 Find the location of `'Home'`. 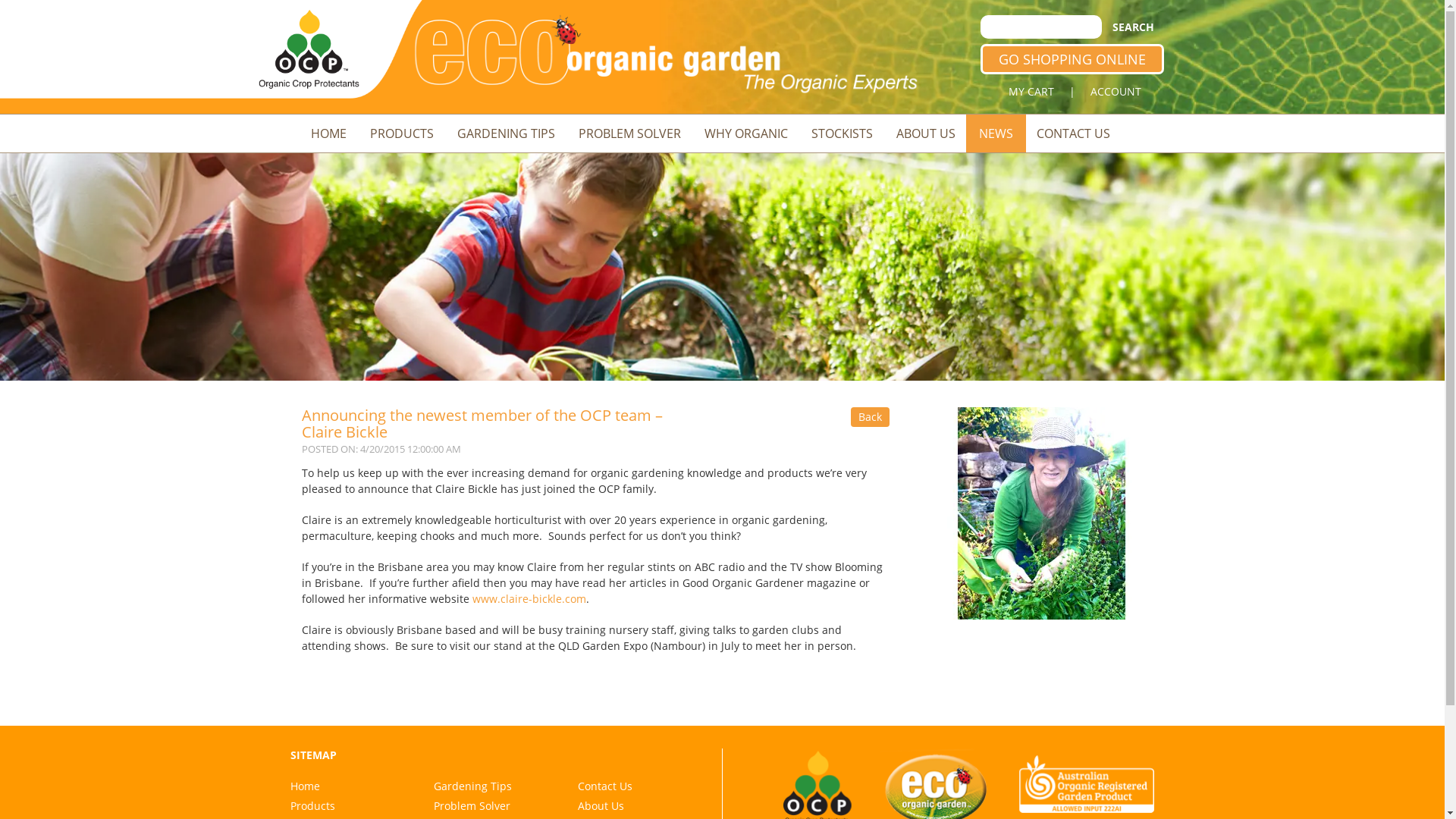

'Home' is located at coordinates (303, 785).